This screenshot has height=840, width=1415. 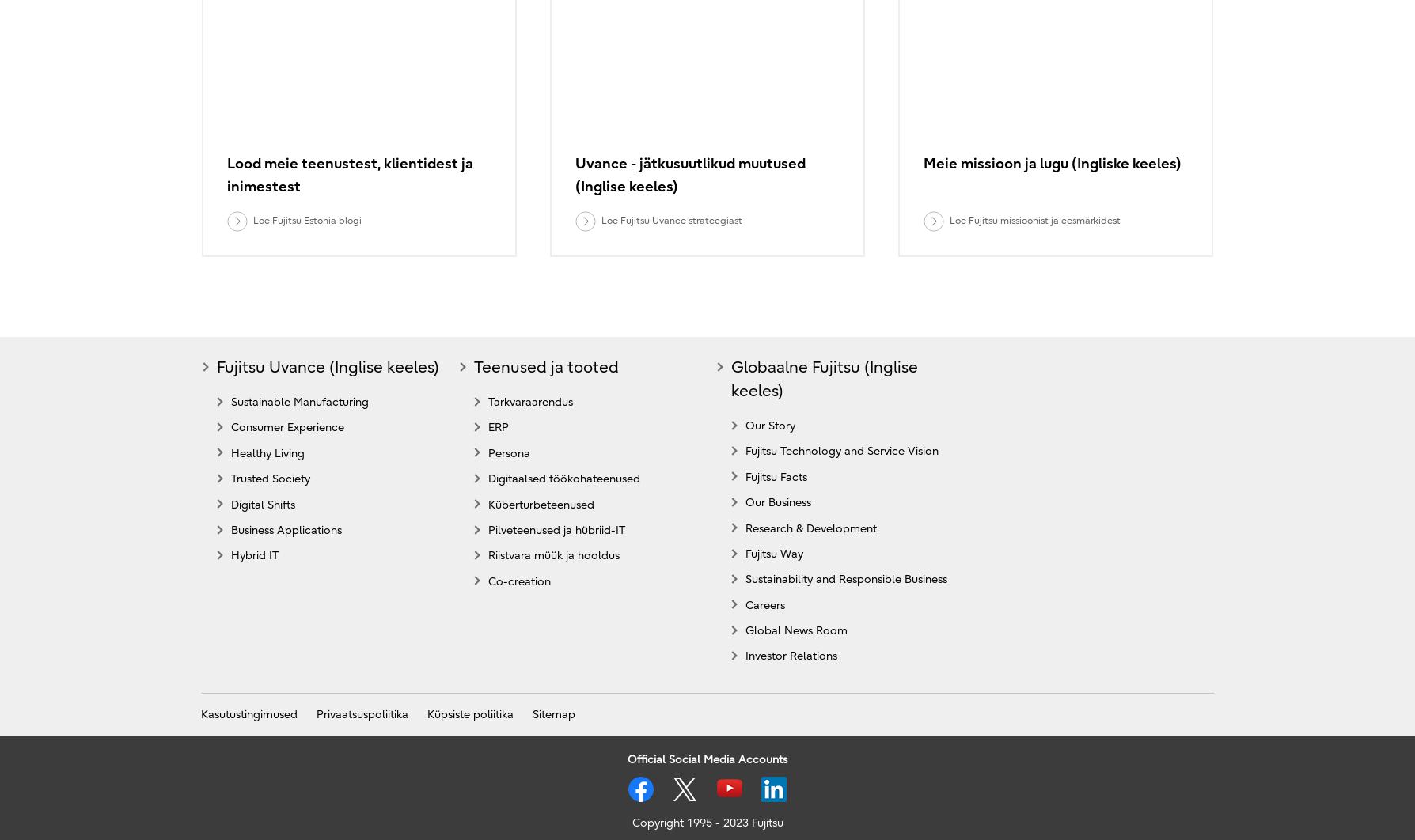 What do you see at coordinates (315, 713) in the screenshot?
I see `'Privaatsuspoliitika'` at bounding box center [315, 713].